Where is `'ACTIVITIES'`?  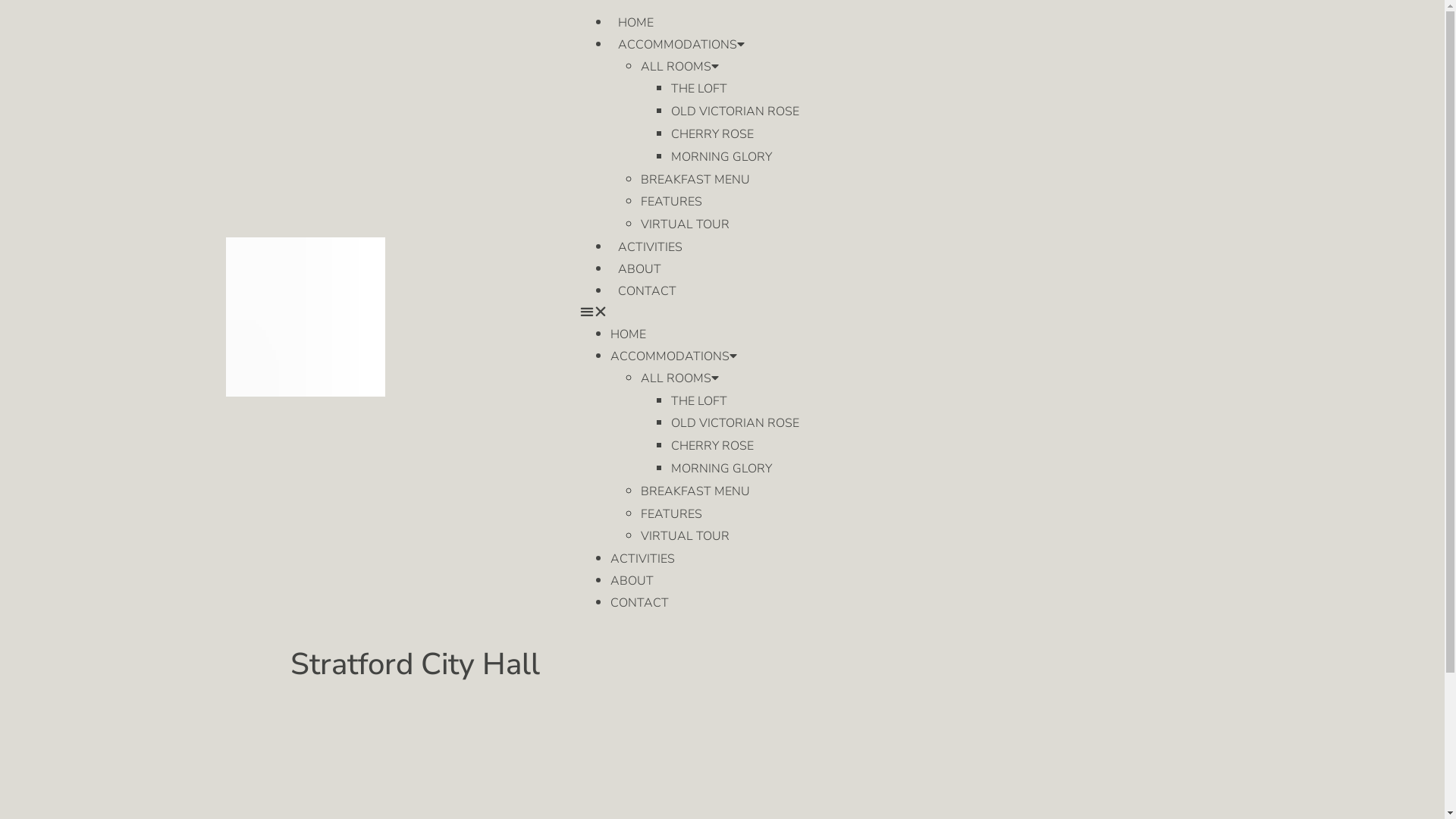 'ACTIVITIES' is located at coordinates (650, 246).